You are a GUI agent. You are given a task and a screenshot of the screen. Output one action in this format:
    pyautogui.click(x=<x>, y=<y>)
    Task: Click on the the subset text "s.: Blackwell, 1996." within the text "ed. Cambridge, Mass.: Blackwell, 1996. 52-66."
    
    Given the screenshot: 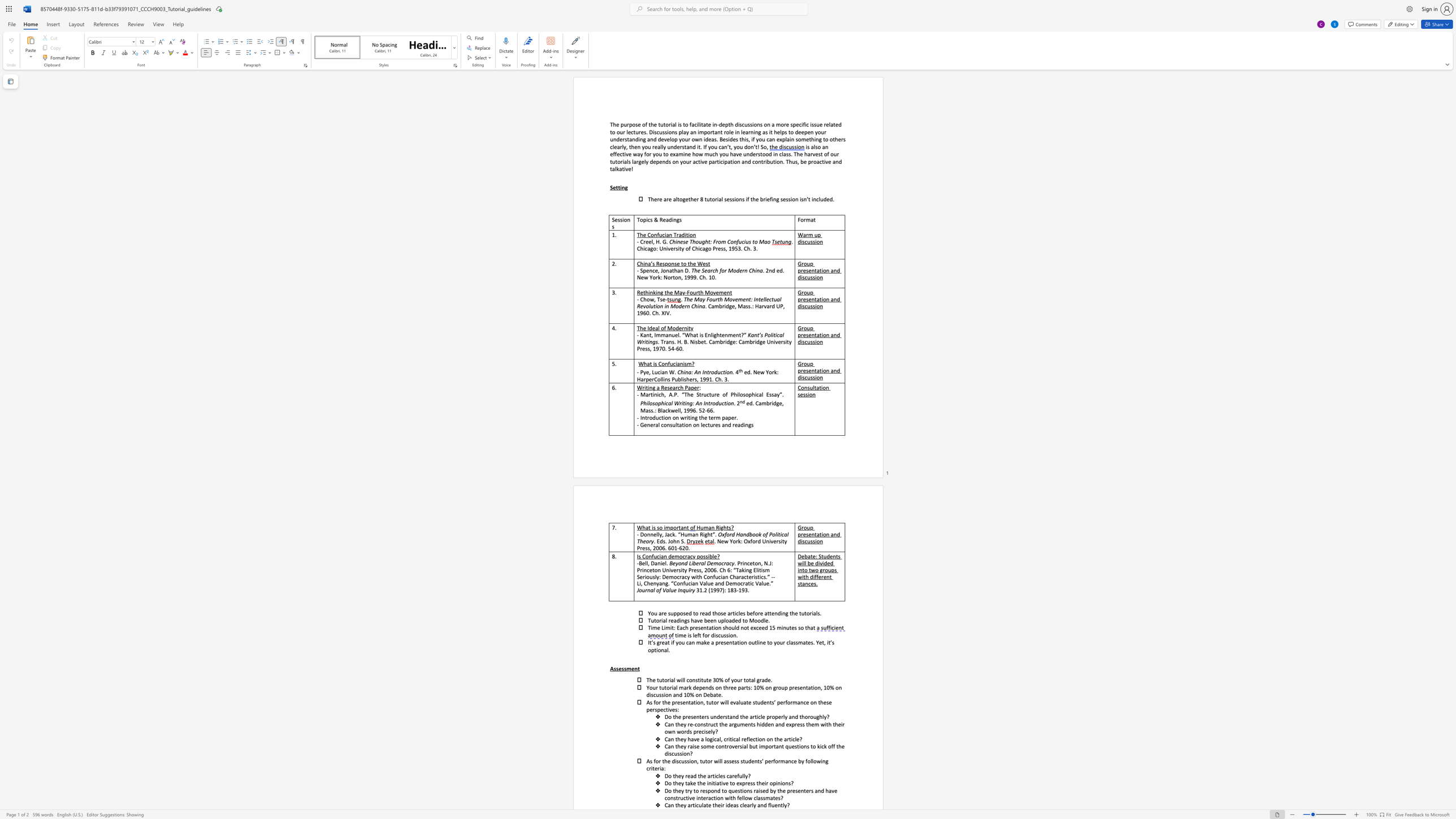 What is the action you would take?
    pyautogui.click(x=650, y=410)
    